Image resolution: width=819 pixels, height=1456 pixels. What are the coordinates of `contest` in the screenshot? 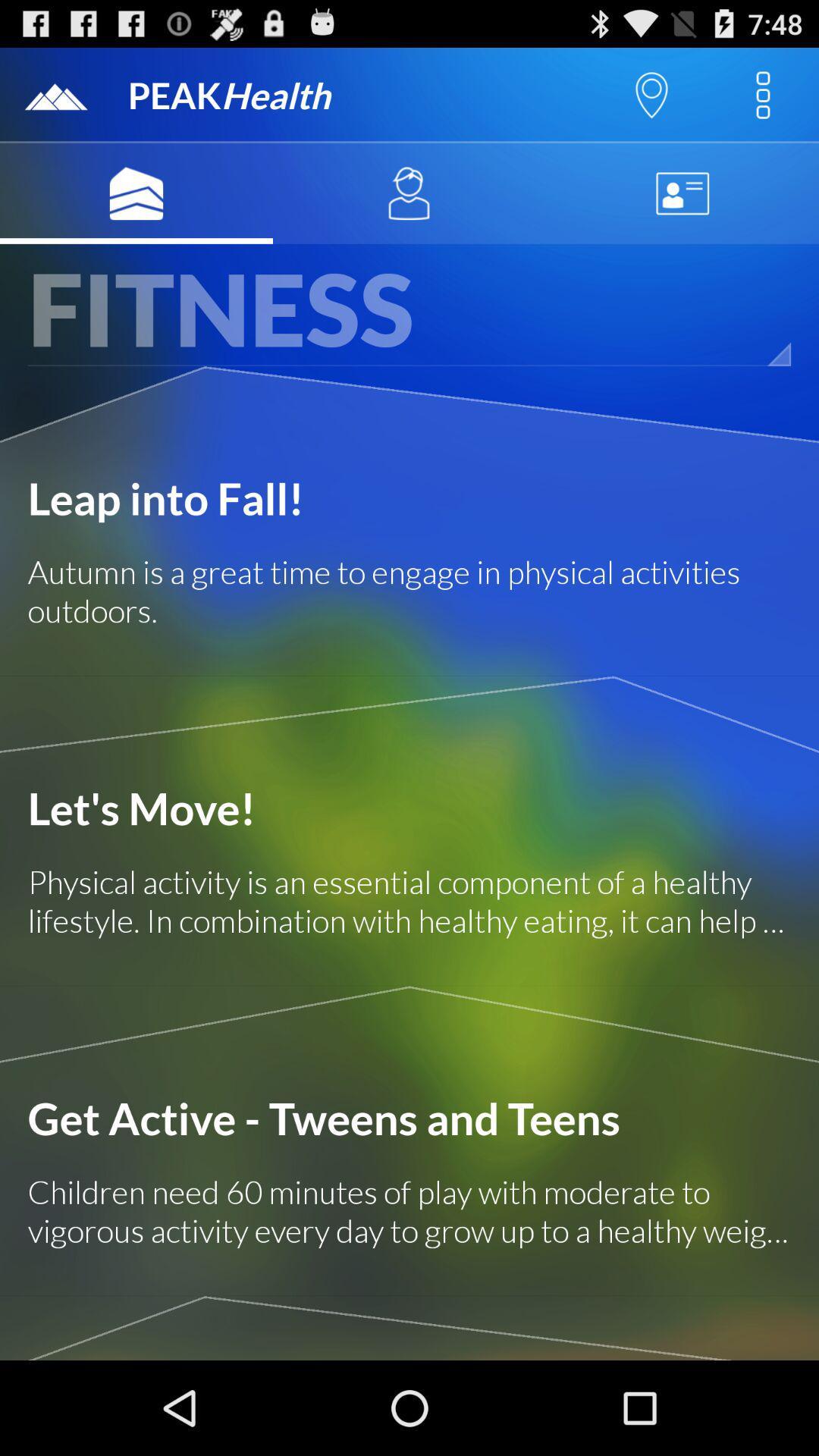 It's located at (681, 193).